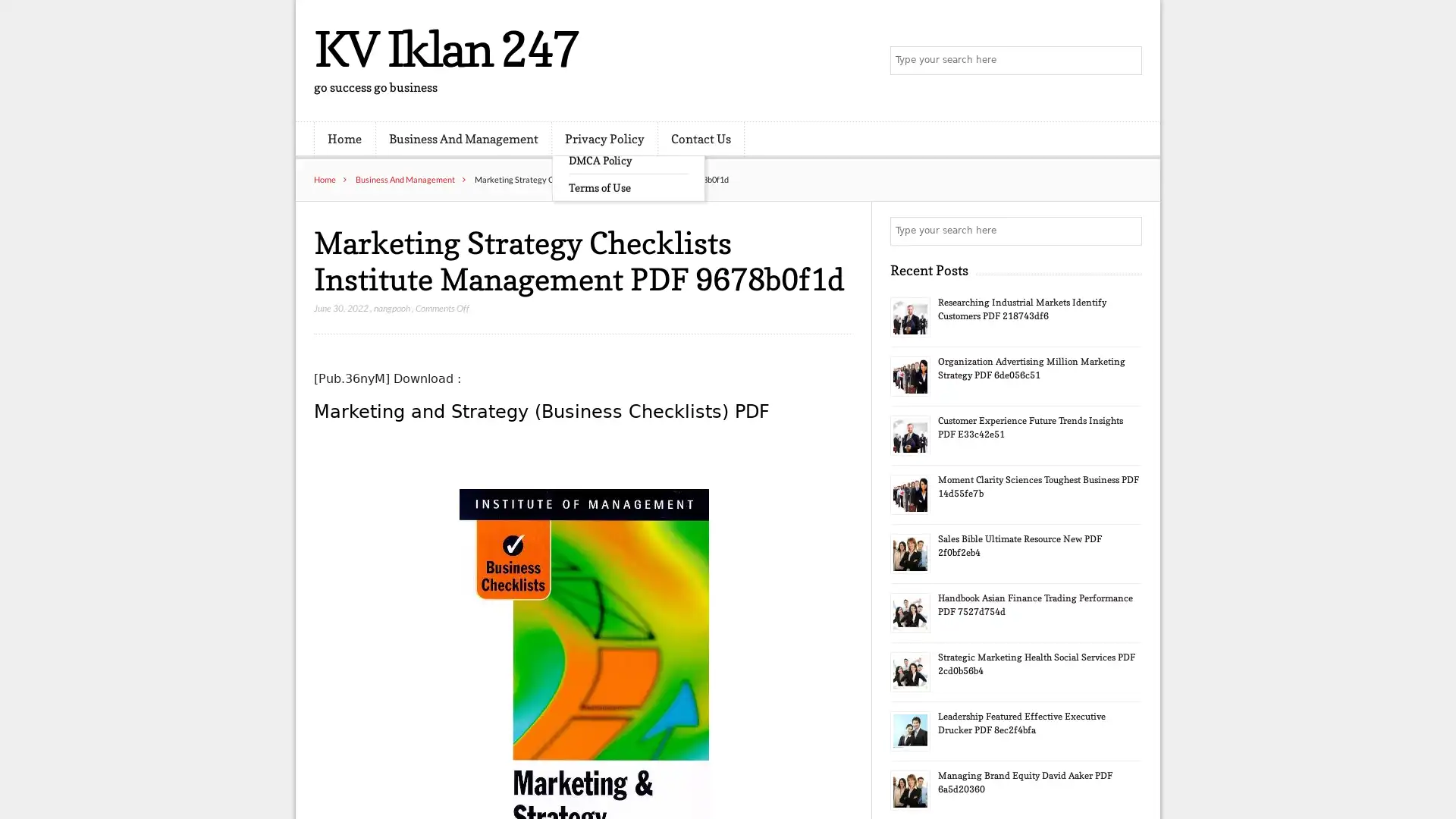  I want to click on Search, so click(1126, 231).